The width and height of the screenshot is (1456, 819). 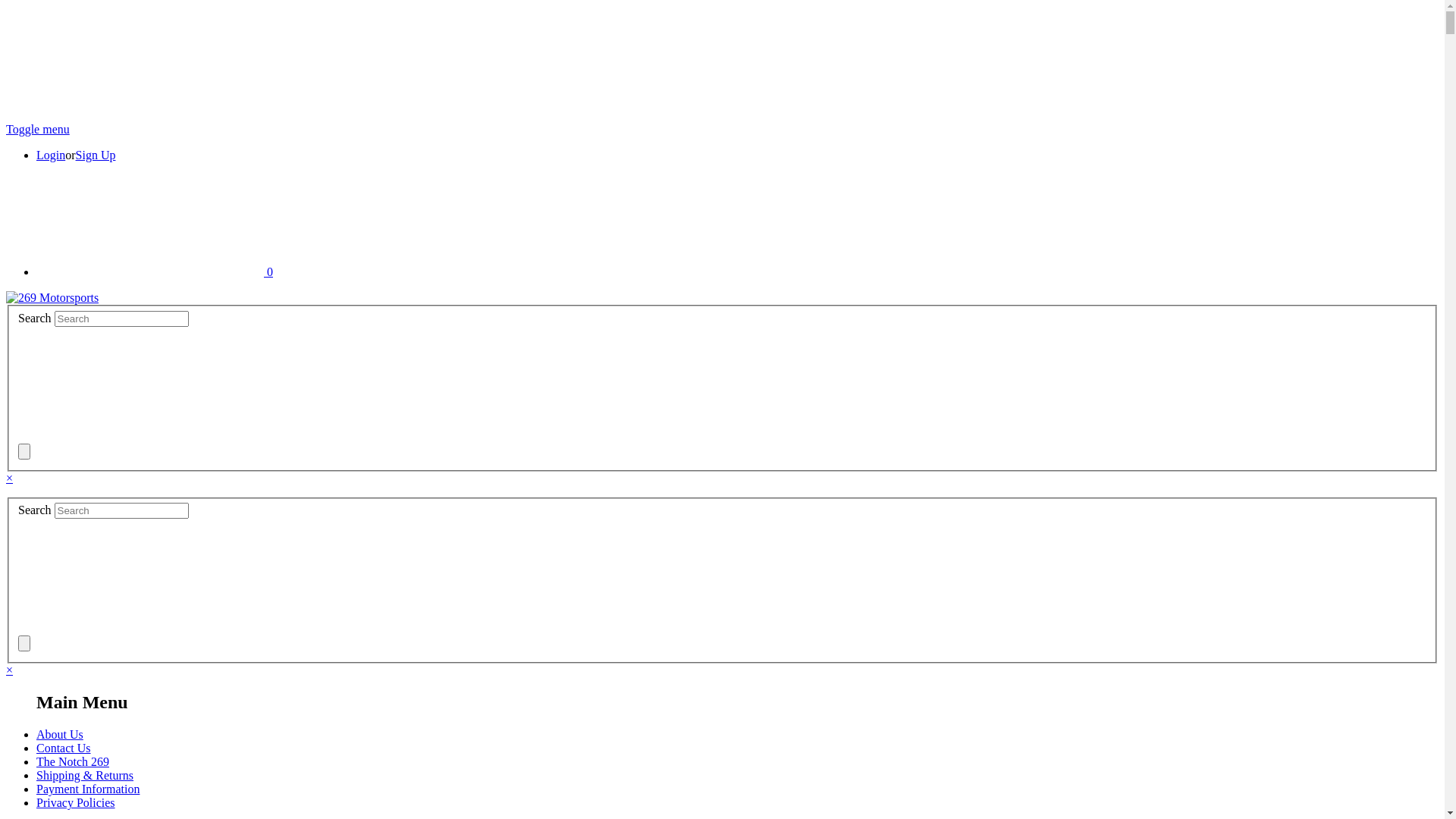 I want to click on 'Login', so click(x=51, y=155).